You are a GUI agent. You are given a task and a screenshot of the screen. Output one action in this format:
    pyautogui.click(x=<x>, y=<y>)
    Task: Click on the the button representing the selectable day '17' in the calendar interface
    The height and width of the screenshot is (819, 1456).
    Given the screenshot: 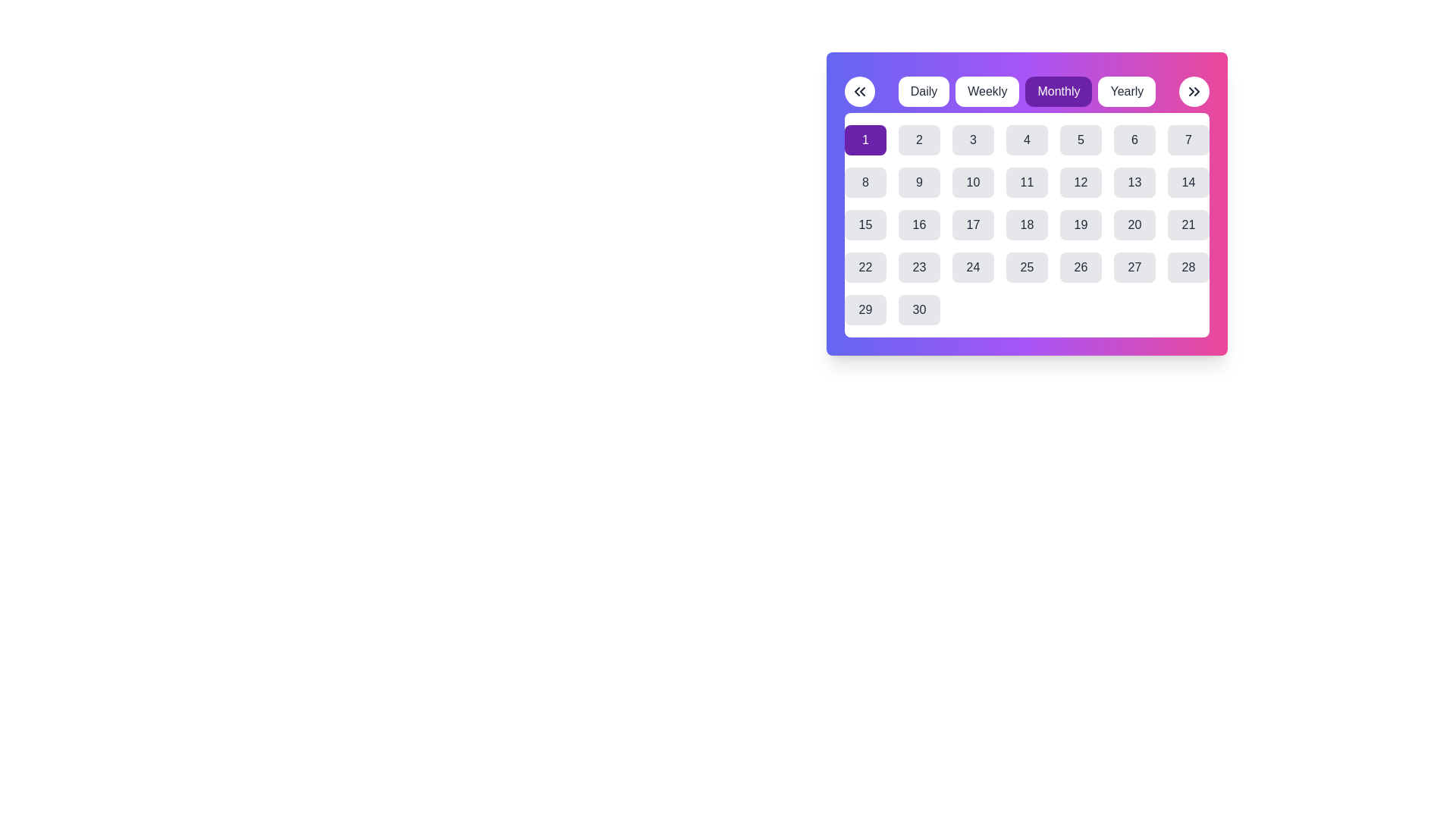 What is the action you would take?
    pyautogui.click(x=973, y=225)
    